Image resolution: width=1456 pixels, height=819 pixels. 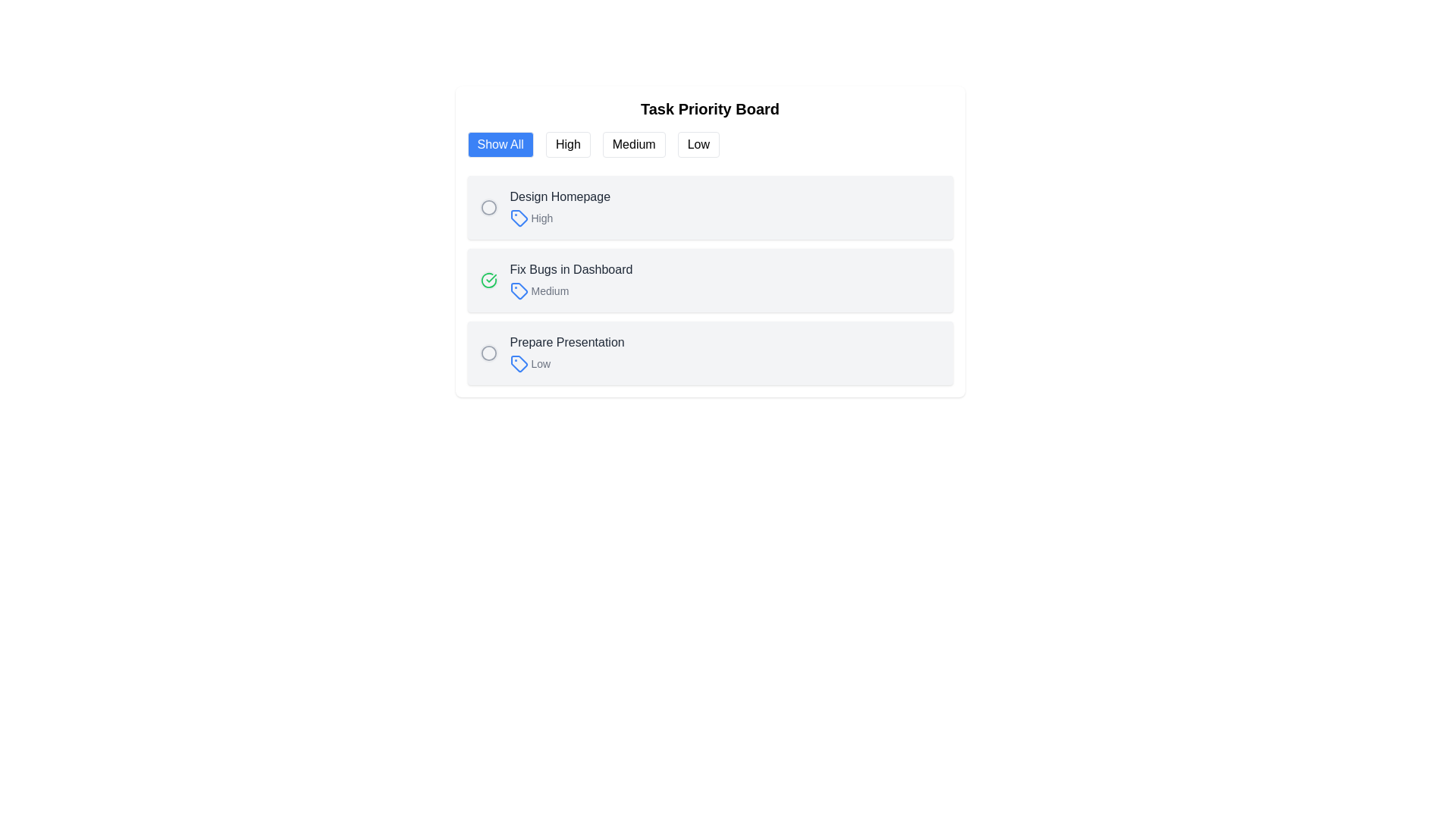 I want to click on the 'Show All' button, which has a blue background and white text, so click(x=500, y=145).